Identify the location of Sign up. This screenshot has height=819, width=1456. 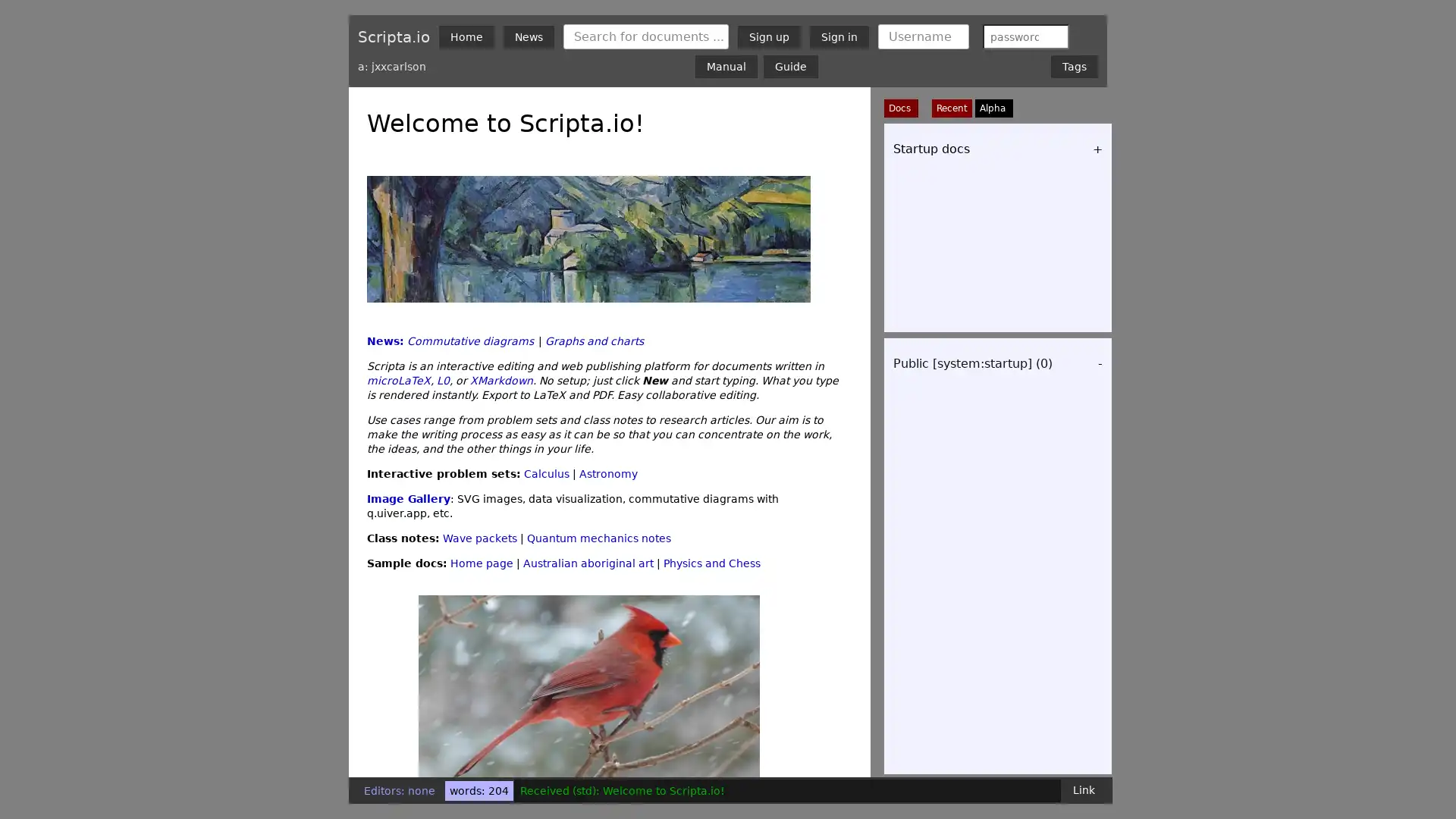
(769, 35).